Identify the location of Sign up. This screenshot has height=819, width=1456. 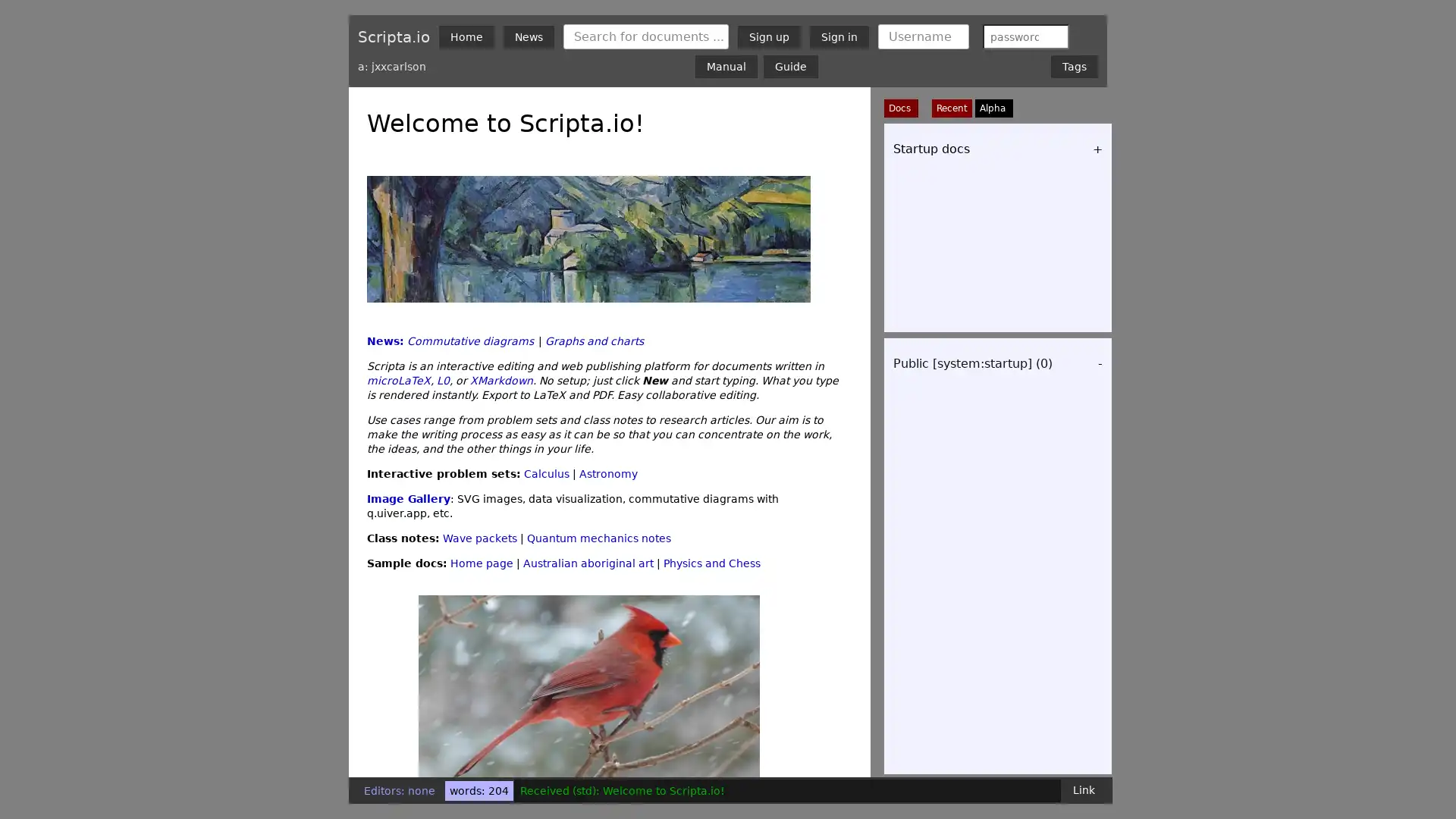
(769, 35).